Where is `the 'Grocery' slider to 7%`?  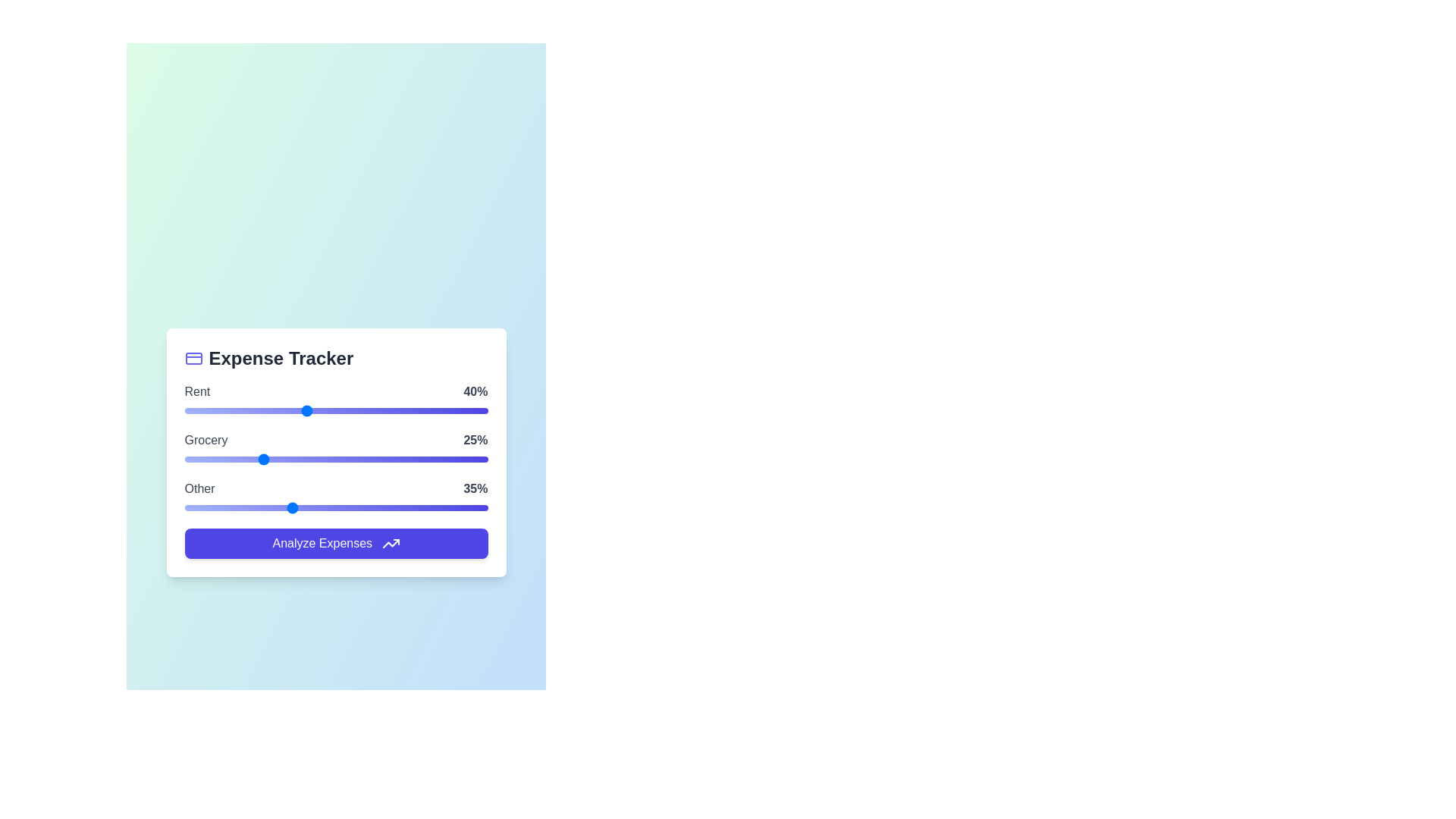 the 'Grocery' slider to 7% is located at coordinates (205, 458).